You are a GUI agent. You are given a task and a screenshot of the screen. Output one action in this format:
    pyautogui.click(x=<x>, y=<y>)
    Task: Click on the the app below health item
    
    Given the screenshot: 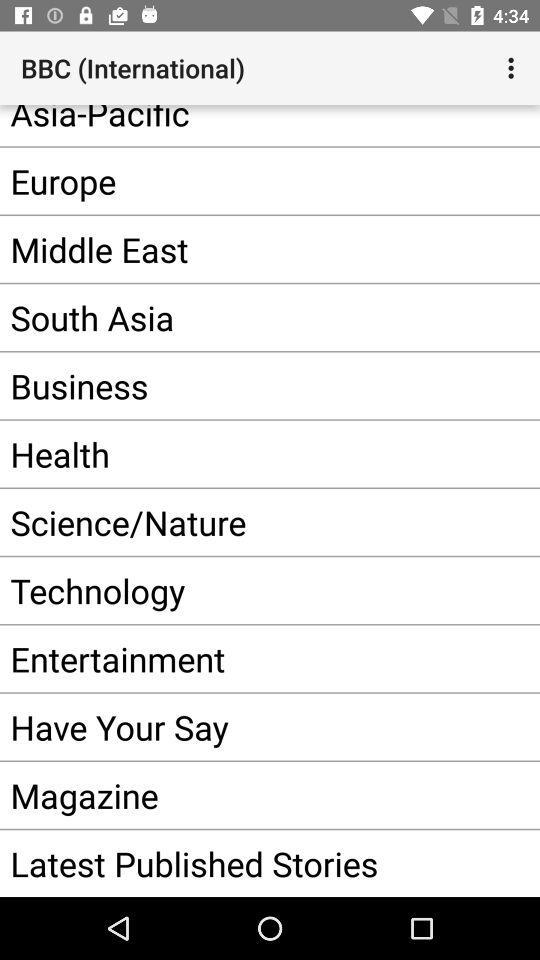 What is the action you would take?
    pyautogui.click(x=239, y=521)
    